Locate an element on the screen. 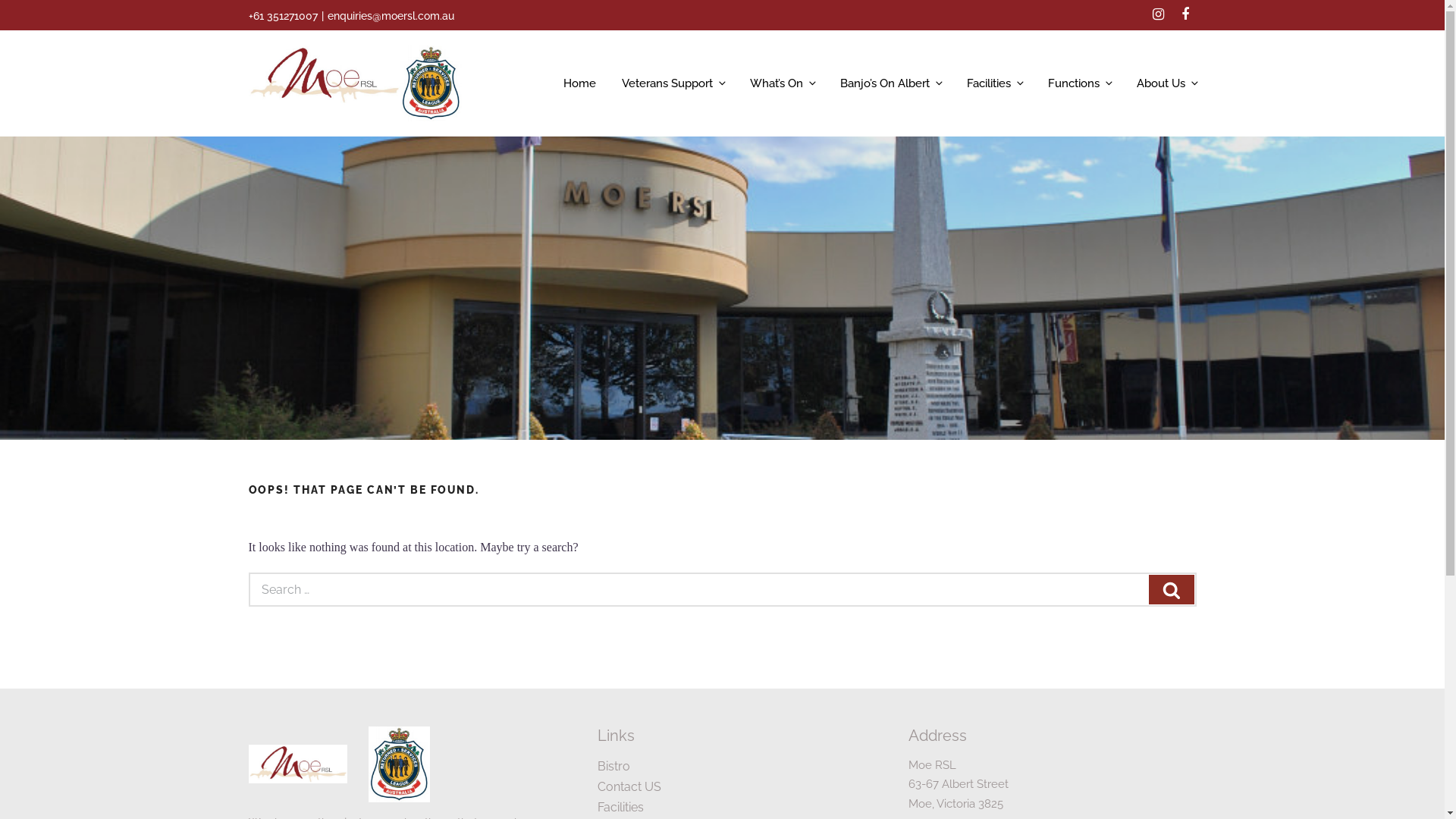 This screenshot has height=819, width=1456. 'enquiries@moersl.com.au' is located at coordinates (391, 15).